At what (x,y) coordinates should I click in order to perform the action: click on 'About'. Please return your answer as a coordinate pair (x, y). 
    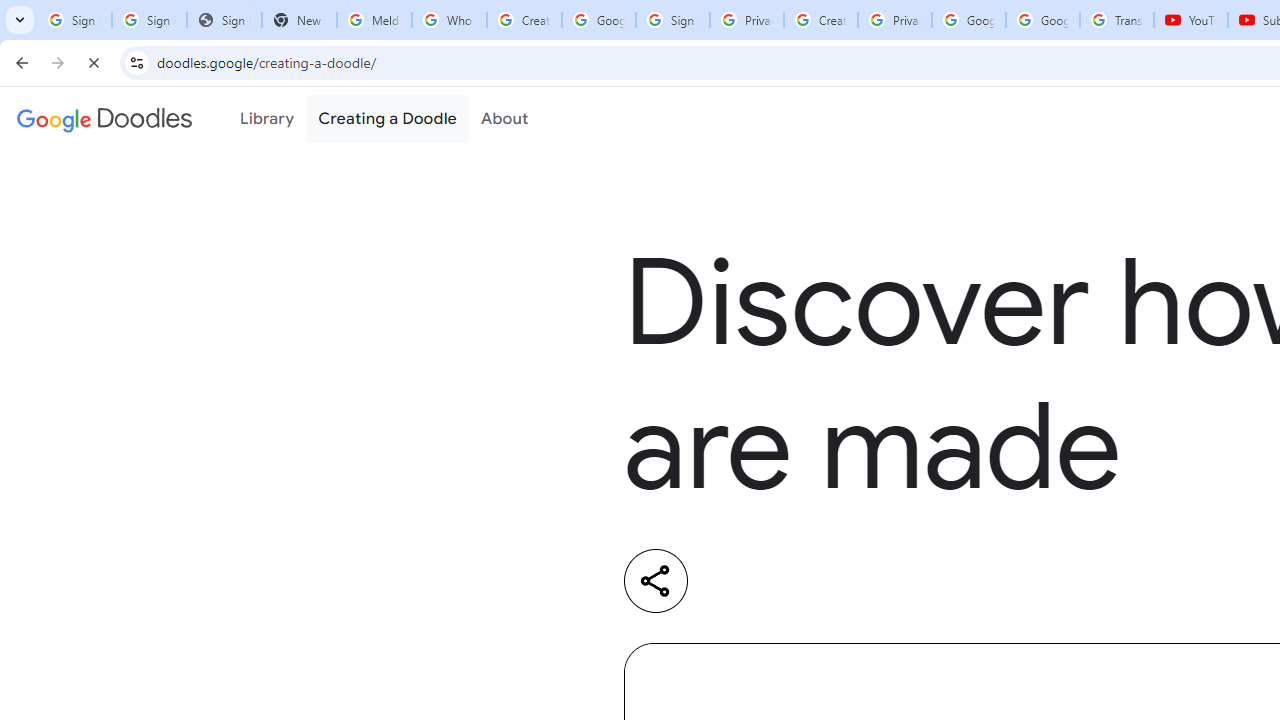
    Looking at the image, I should click on (504, 119).